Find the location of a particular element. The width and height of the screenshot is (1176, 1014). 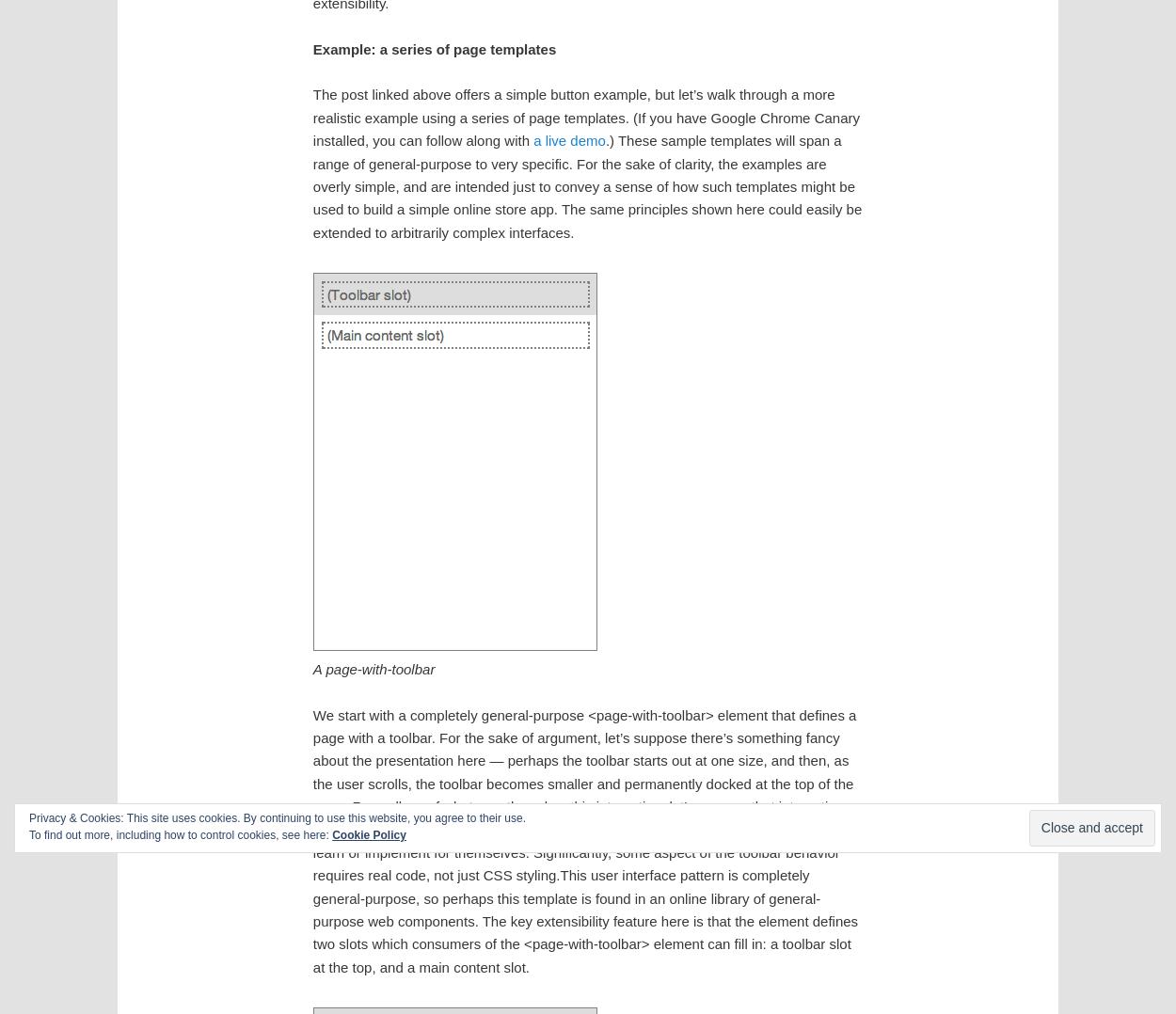

'Cookie Policy' is located at coordinates (369, 834).